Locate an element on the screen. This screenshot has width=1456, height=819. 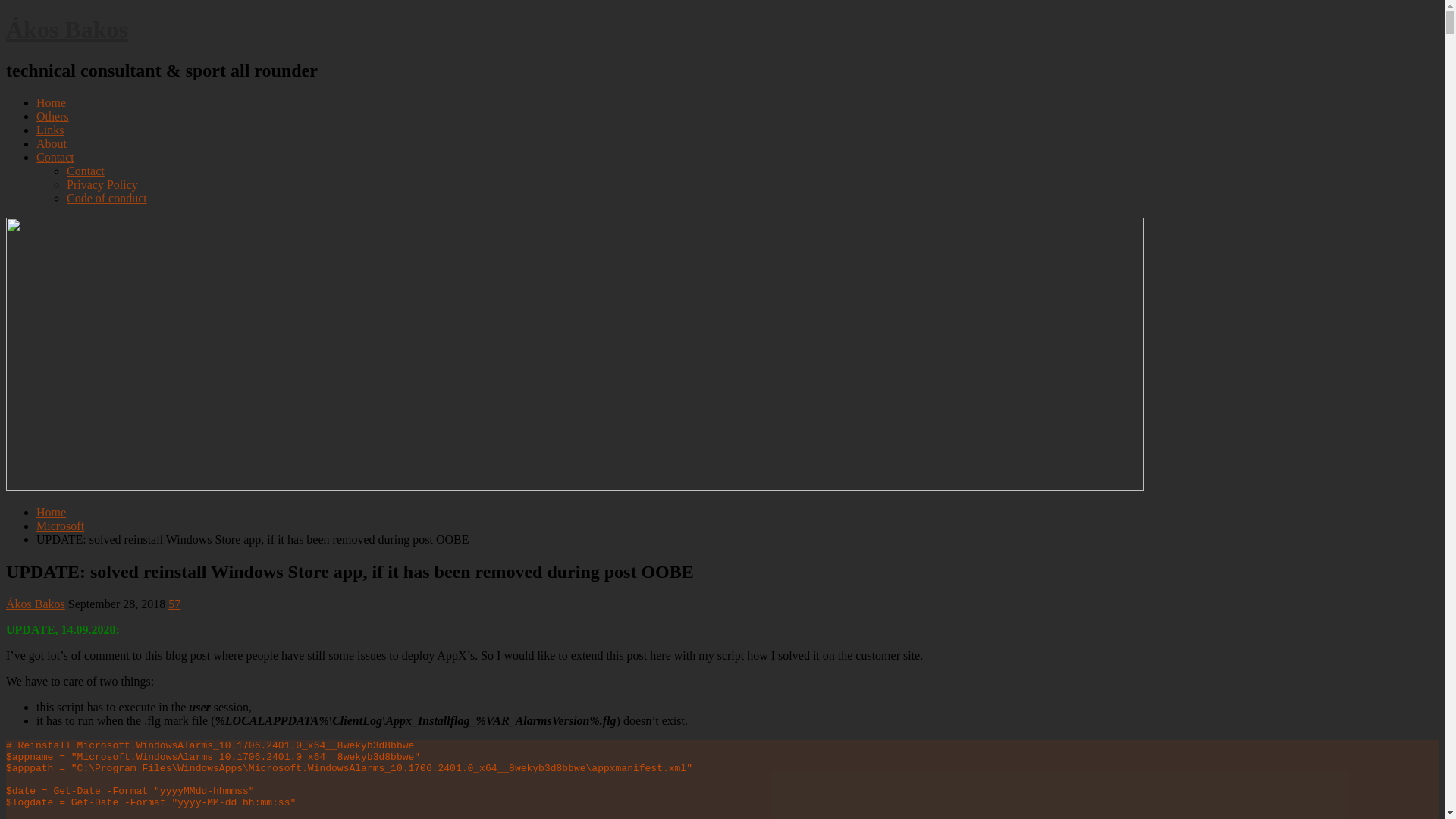
'Home' is located at coordinates (36, 512).